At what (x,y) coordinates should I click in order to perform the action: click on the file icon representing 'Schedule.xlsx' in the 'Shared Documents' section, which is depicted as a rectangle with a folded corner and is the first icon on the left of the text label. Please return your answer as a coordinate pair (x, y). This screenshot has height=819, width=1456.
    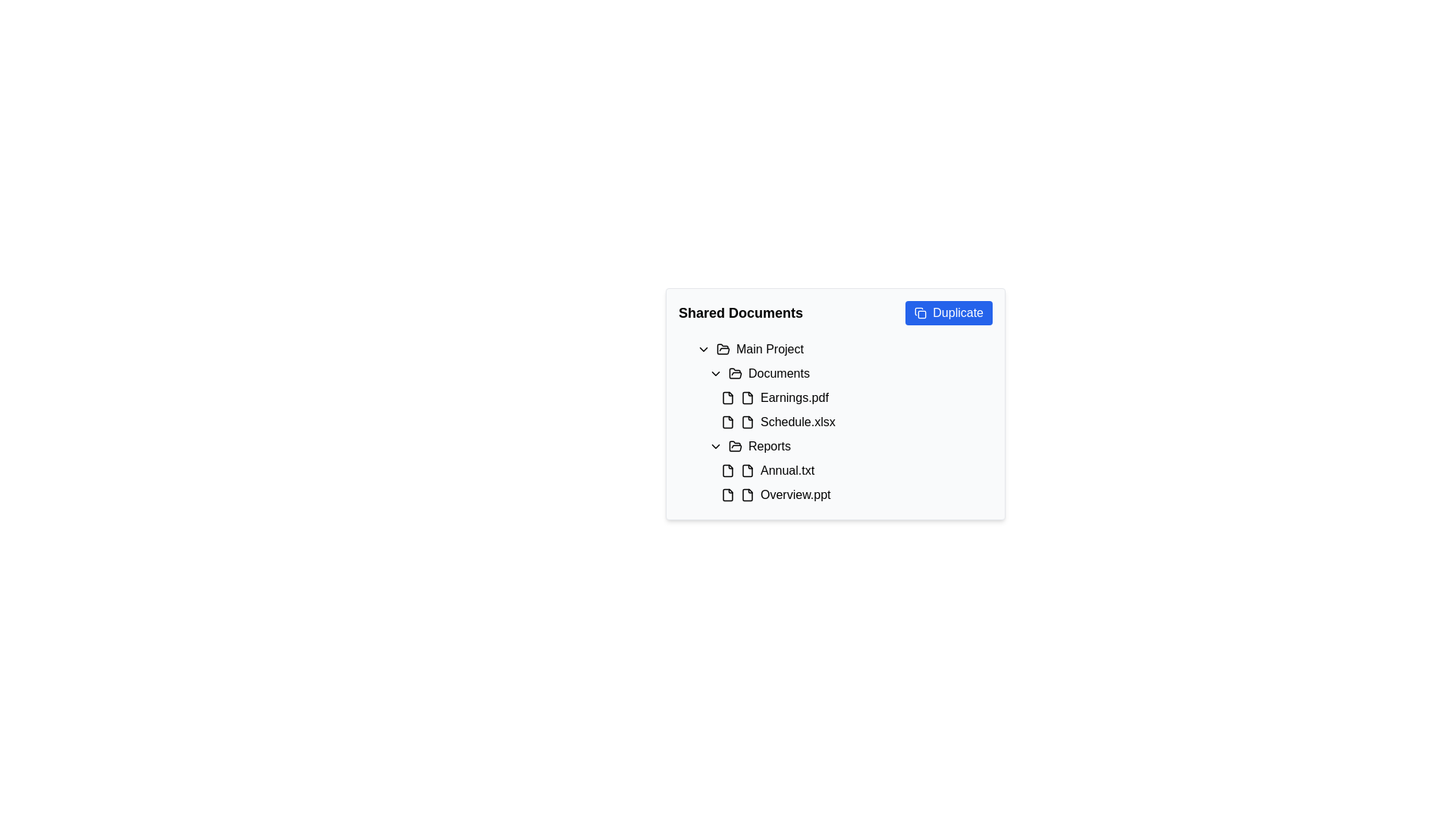
    Looking at the image, I should click on (728, 422).